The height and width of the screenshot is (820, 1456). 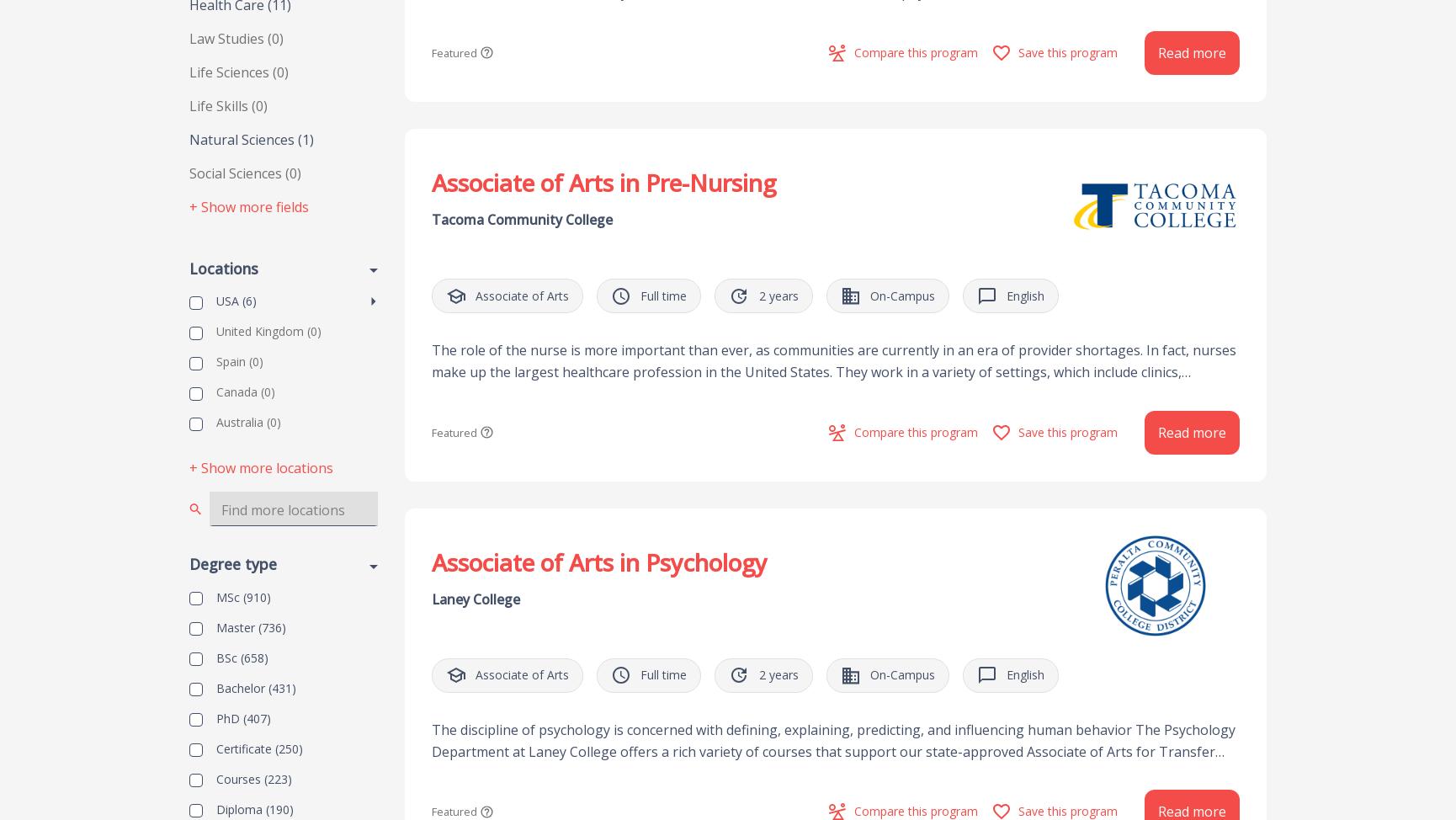 I want to click on 'Natural Sciences (1)', so click(x=251, y=139).